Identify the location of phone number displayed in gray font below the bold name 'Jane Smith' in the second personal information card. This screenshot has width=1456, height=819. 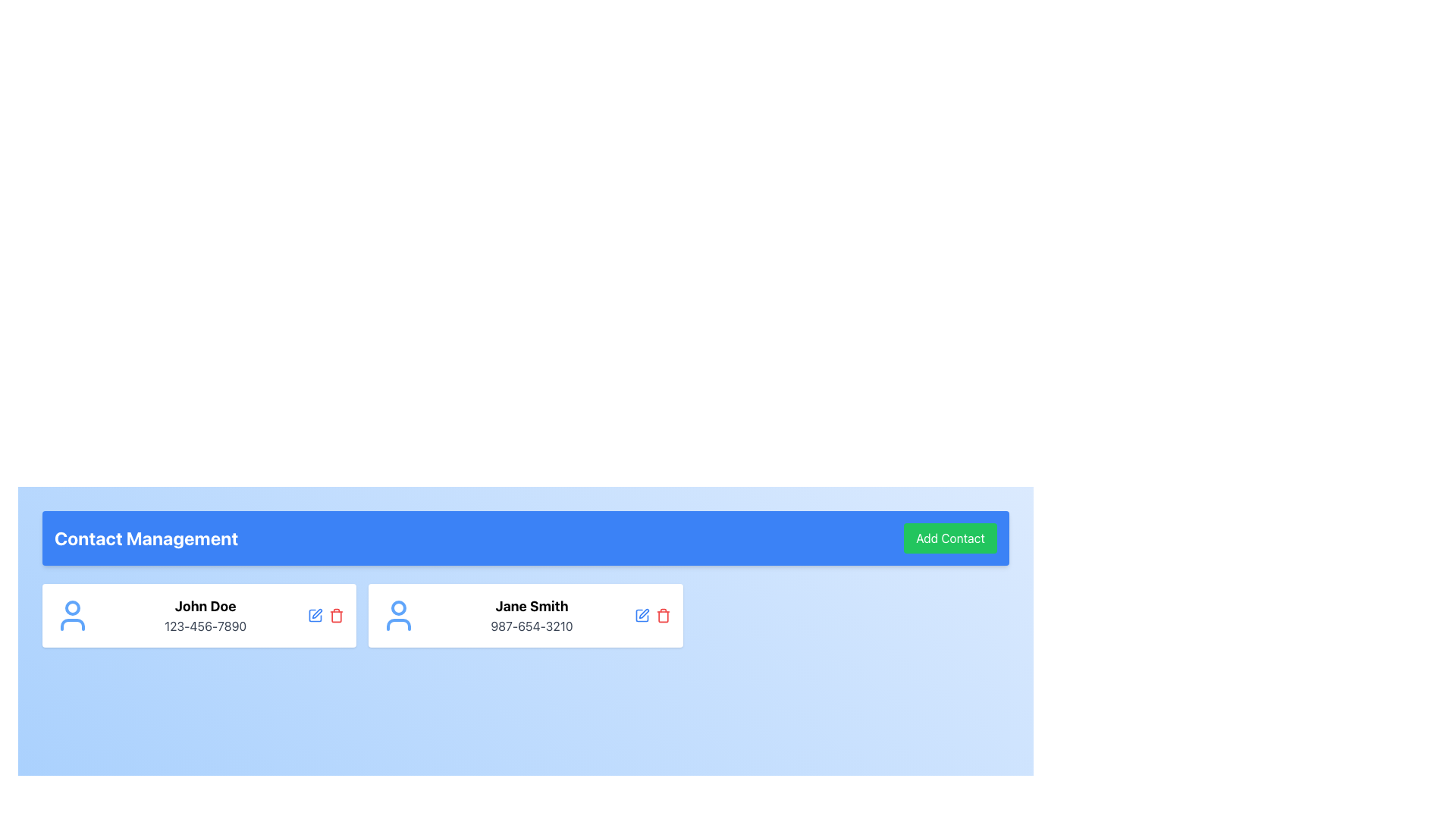
(532, 626).